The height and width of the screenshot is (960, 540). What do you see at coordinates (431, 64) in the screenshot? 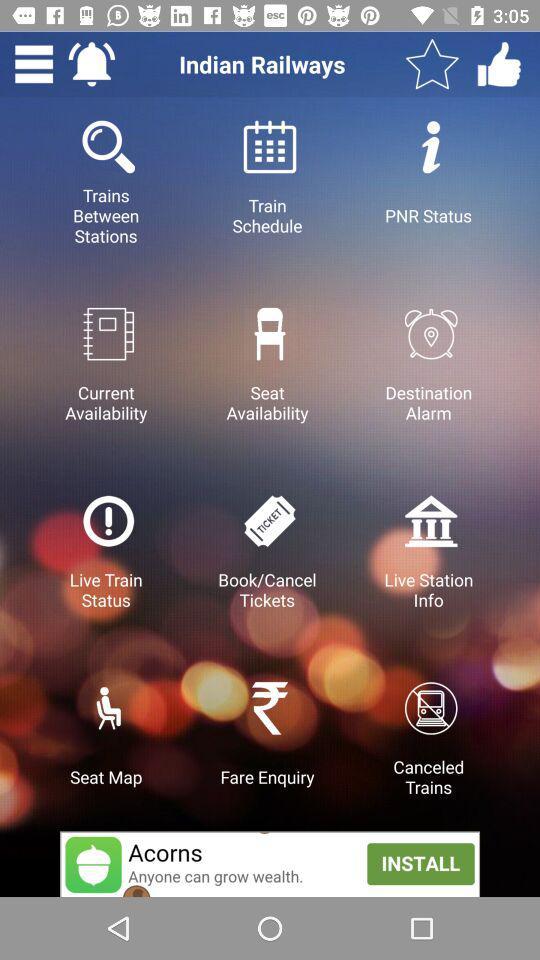
I see `the star icon` at bounding box center [431, 64].